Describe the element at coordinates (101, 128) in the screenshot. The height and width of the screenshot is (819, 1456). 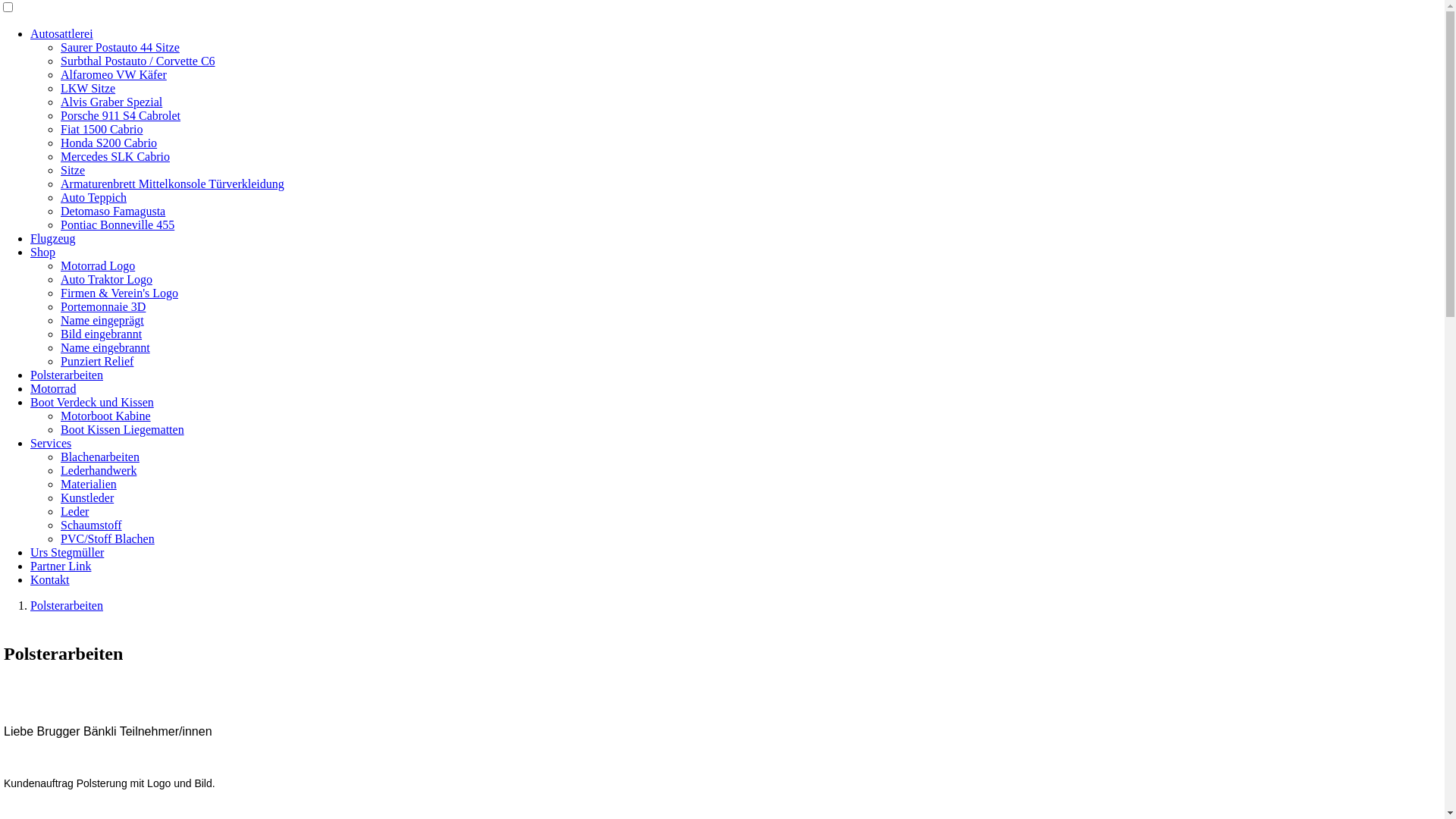
I see `'Fiat 1500 Cabrio'` at that location.